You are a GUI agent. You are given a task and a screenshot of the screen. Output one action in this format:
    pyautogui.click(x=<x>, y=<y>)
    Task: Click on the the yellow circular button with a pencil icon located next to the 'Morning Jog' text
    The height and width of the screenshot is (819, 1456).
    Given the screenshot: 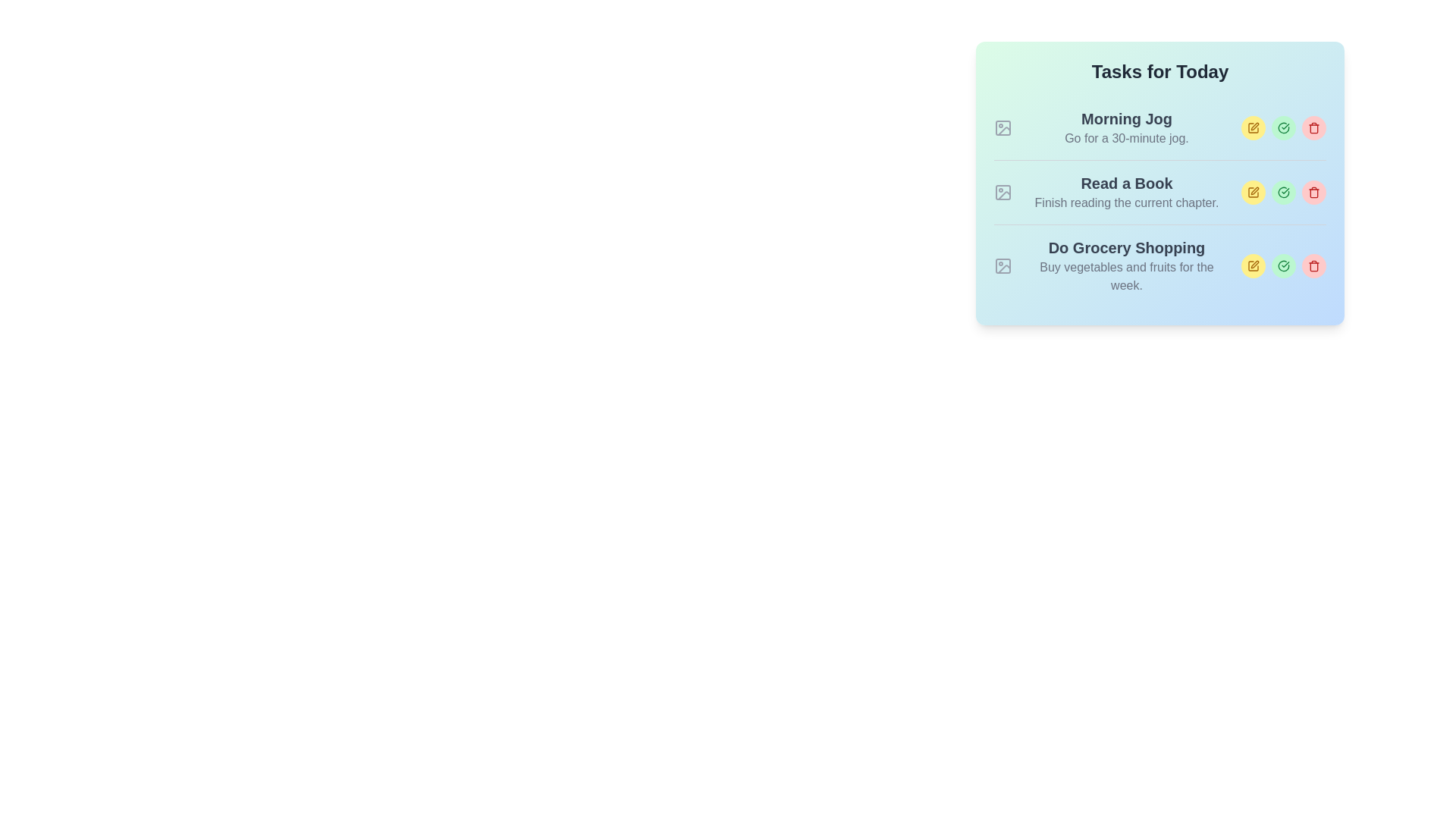 What is the action you would take?
    pyautogui.click(x=1253, y=127)
    